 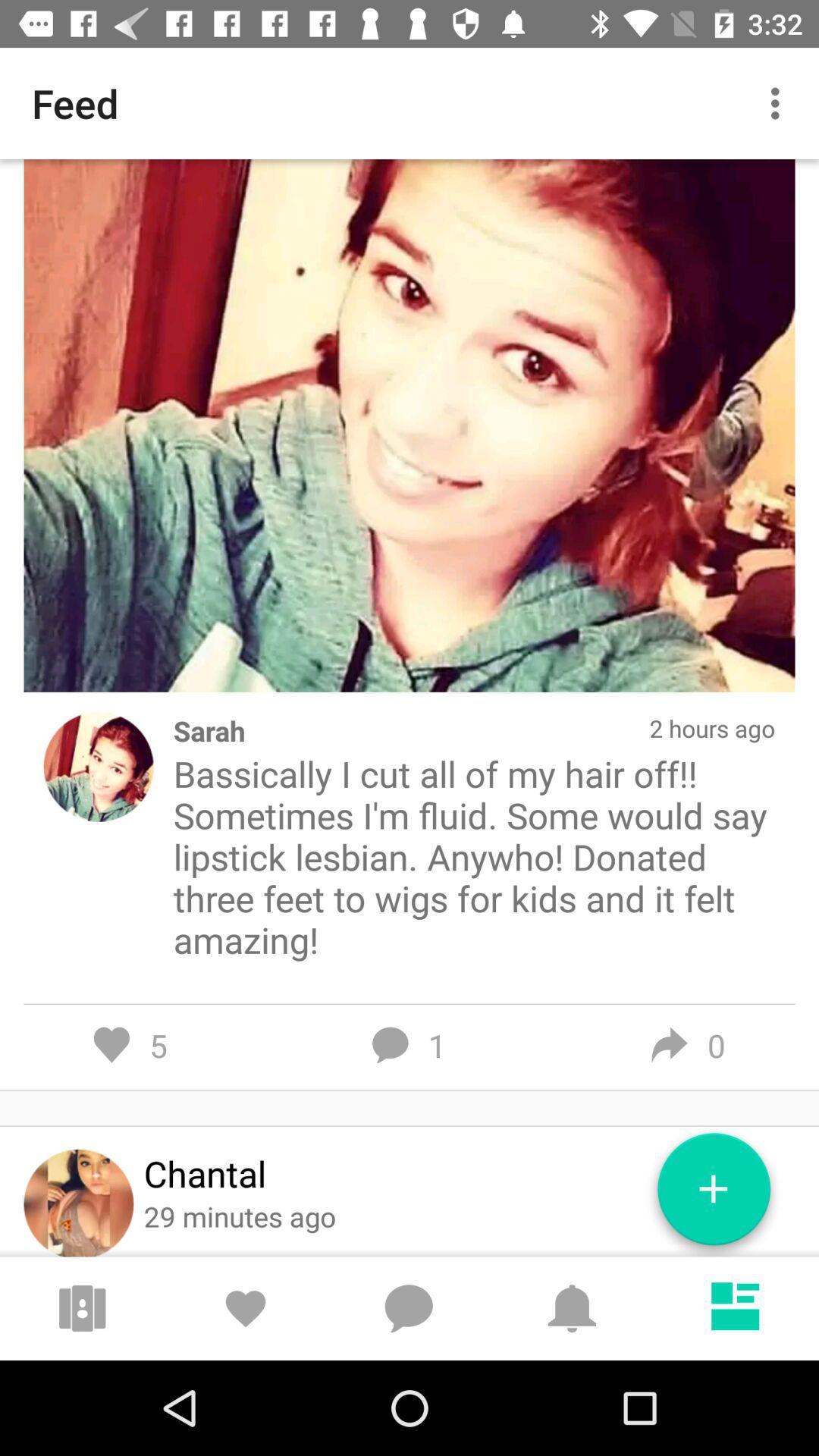 I want to click on the add icon, so click(x=714, y=1194).